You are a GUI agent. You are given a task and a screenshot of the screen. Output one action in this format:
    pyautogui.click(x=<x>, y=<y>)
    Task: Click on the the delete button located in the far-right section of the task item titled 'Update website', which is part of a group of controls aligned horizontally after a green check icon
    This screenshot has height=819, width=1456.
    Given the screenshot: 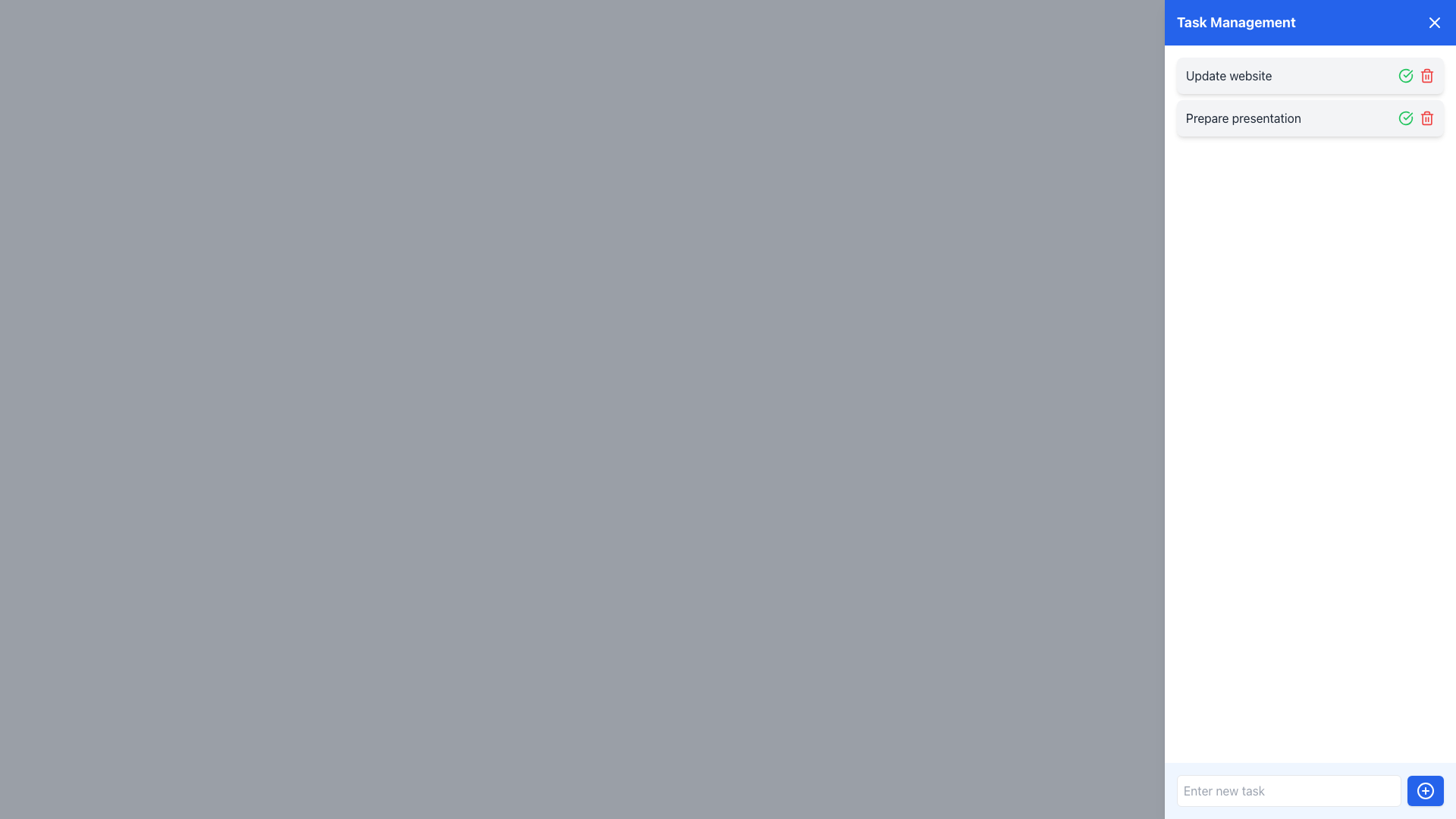 What is the action you would take?
    pyautogui.click(x=1426, y=76)
    